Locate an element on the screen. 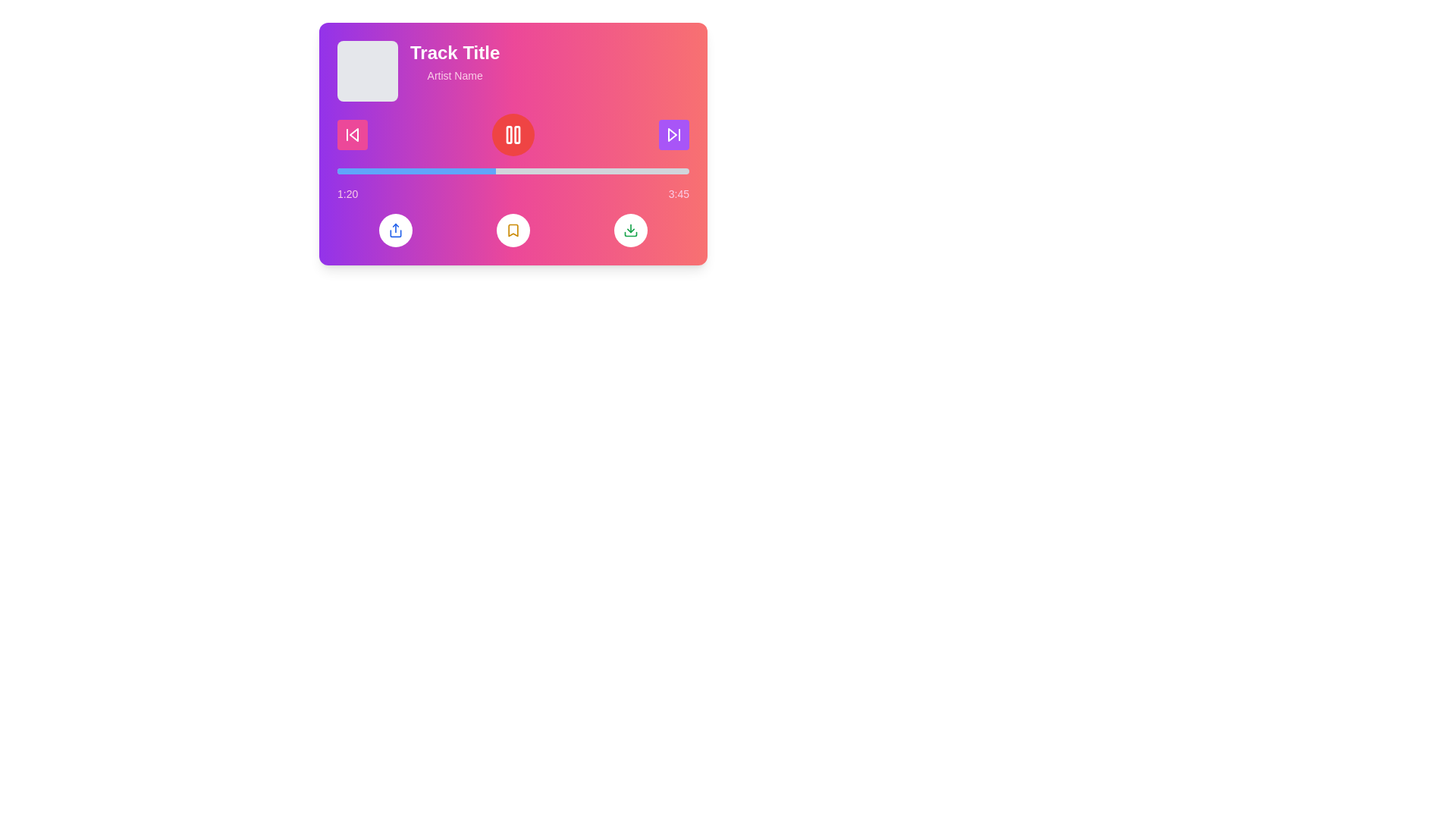 This screenshot has height=819, width=1456. the Text Label displaying '1:20' which indicates the elapsed time of the track is located at coordinates (347, 193).